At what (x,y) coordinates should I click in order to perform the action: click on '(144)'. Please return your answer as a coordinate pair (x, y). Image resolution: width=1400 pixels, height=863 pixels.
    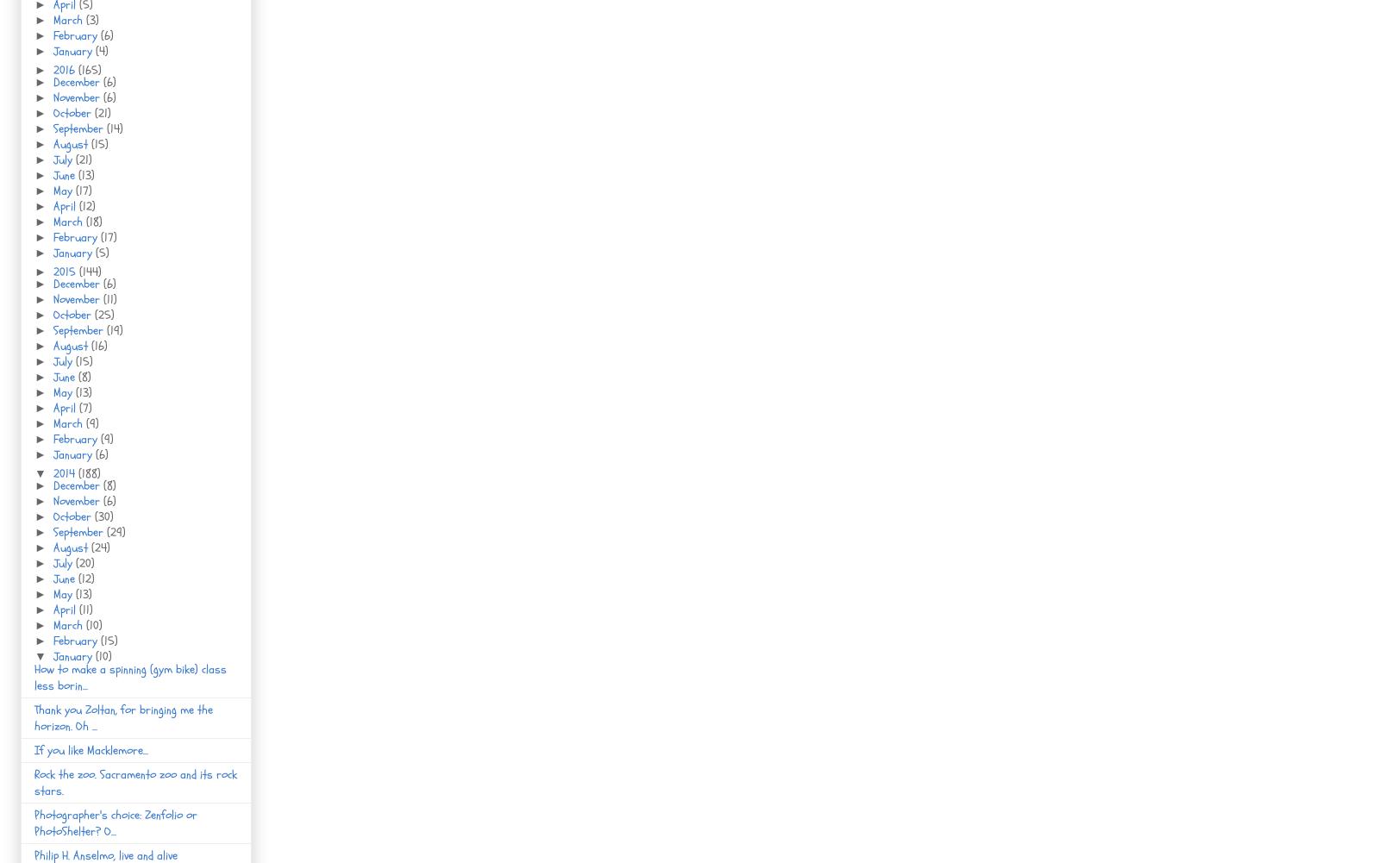
    Looking at the image, I should click on (78, 271).